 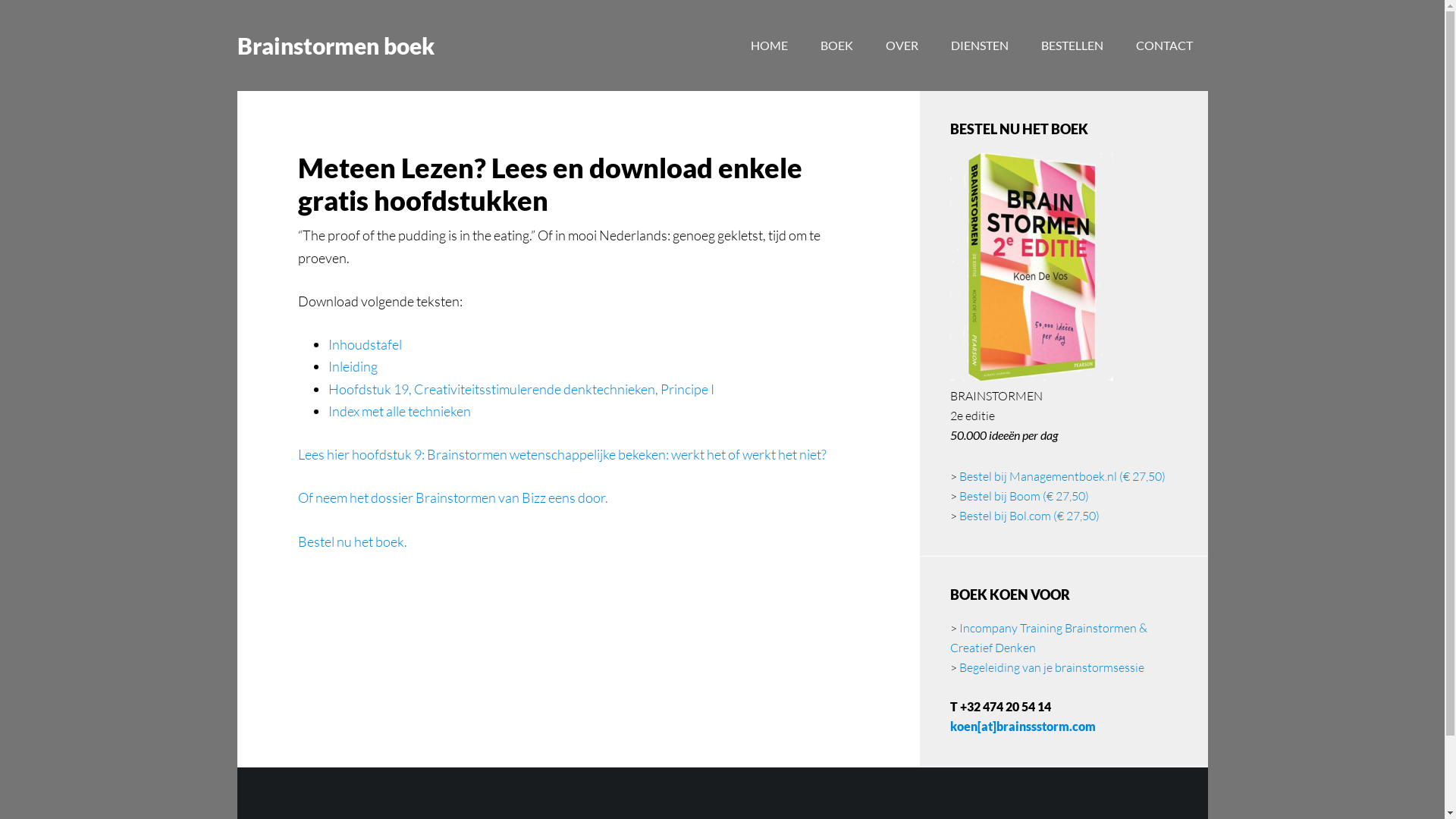 I want to click on 'Incompany Training Brainstormen & Creatief Denken', so click(x=1047, y=637).